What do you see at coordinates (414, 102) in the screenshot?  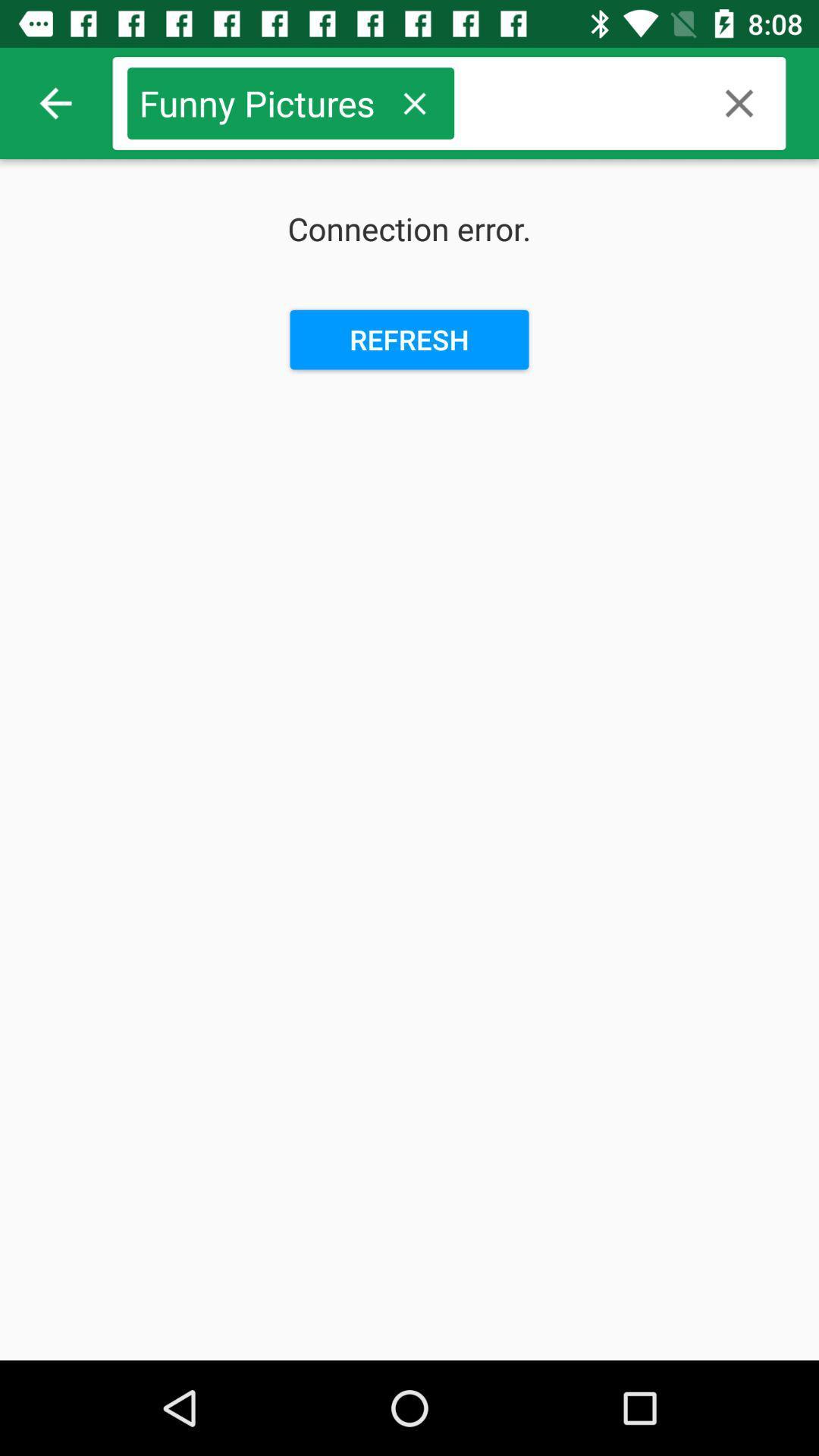 I see `delete search selection` at bounding box center [414, 102].